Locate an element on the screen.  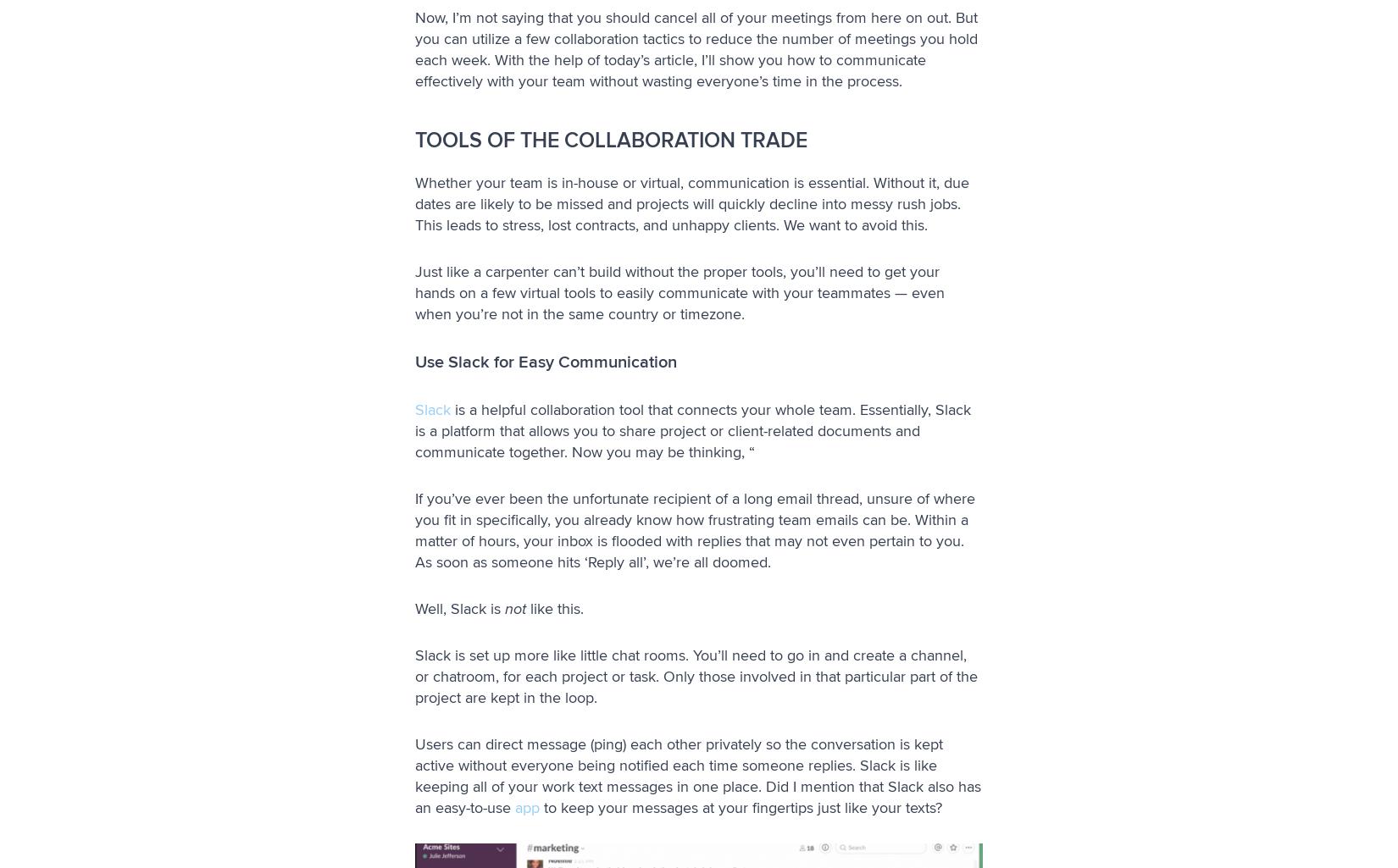
'not' is located at coordinates (514, 606).